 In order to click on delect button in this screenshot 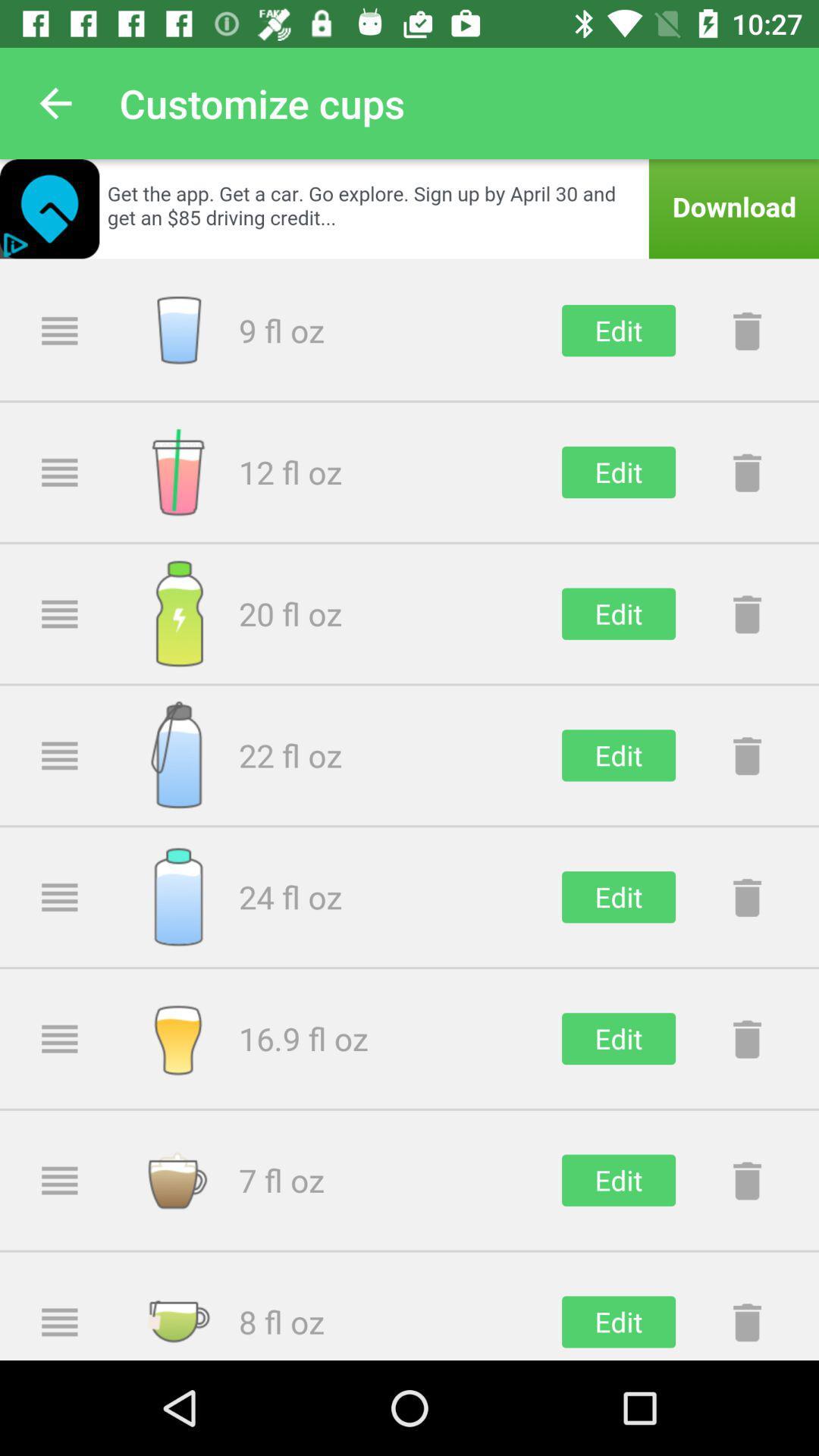, I will do `click(746, 330)`.